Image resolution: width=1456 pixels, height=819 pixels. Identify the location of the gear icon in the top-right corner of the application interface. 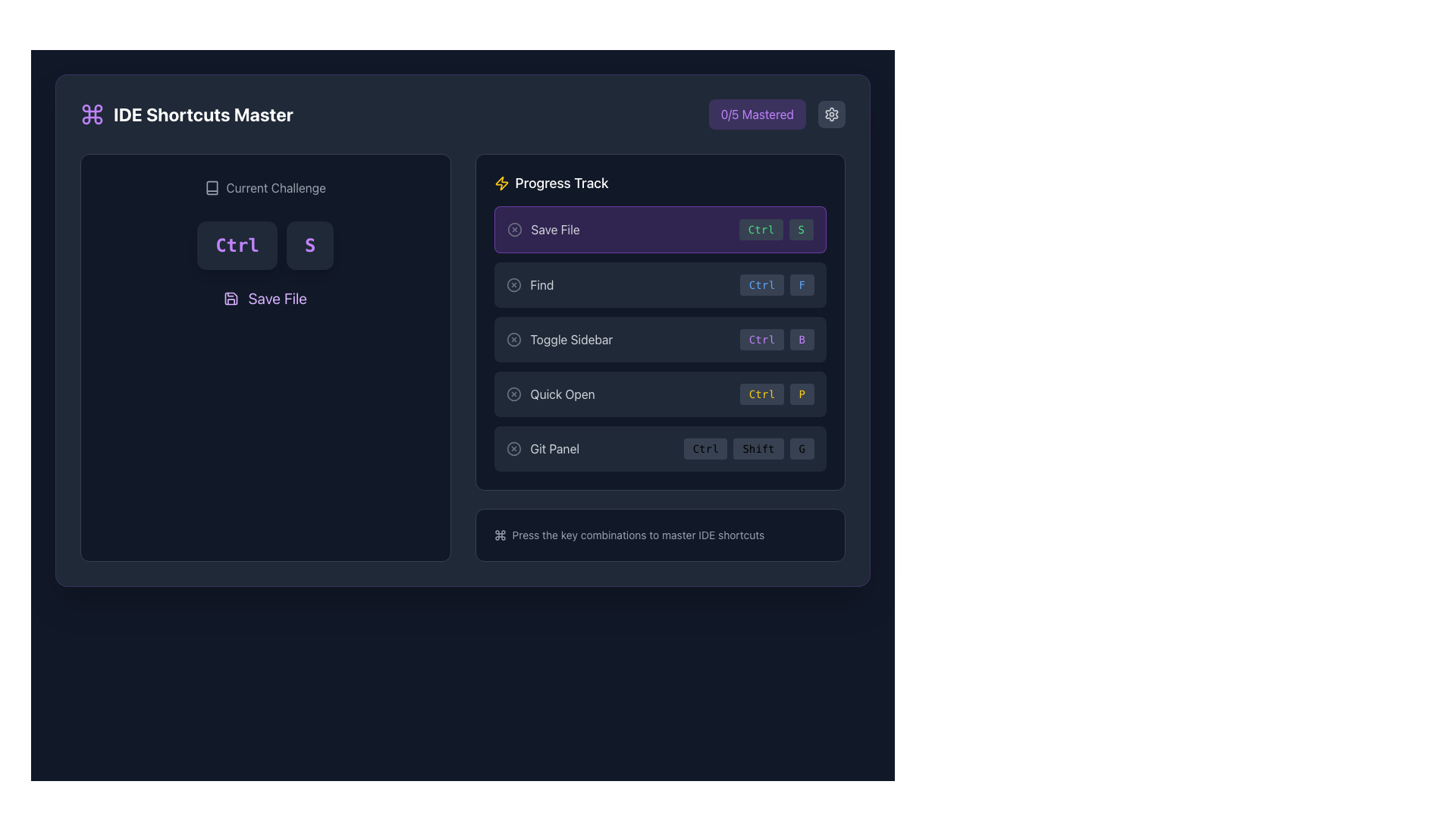
(831, 113).